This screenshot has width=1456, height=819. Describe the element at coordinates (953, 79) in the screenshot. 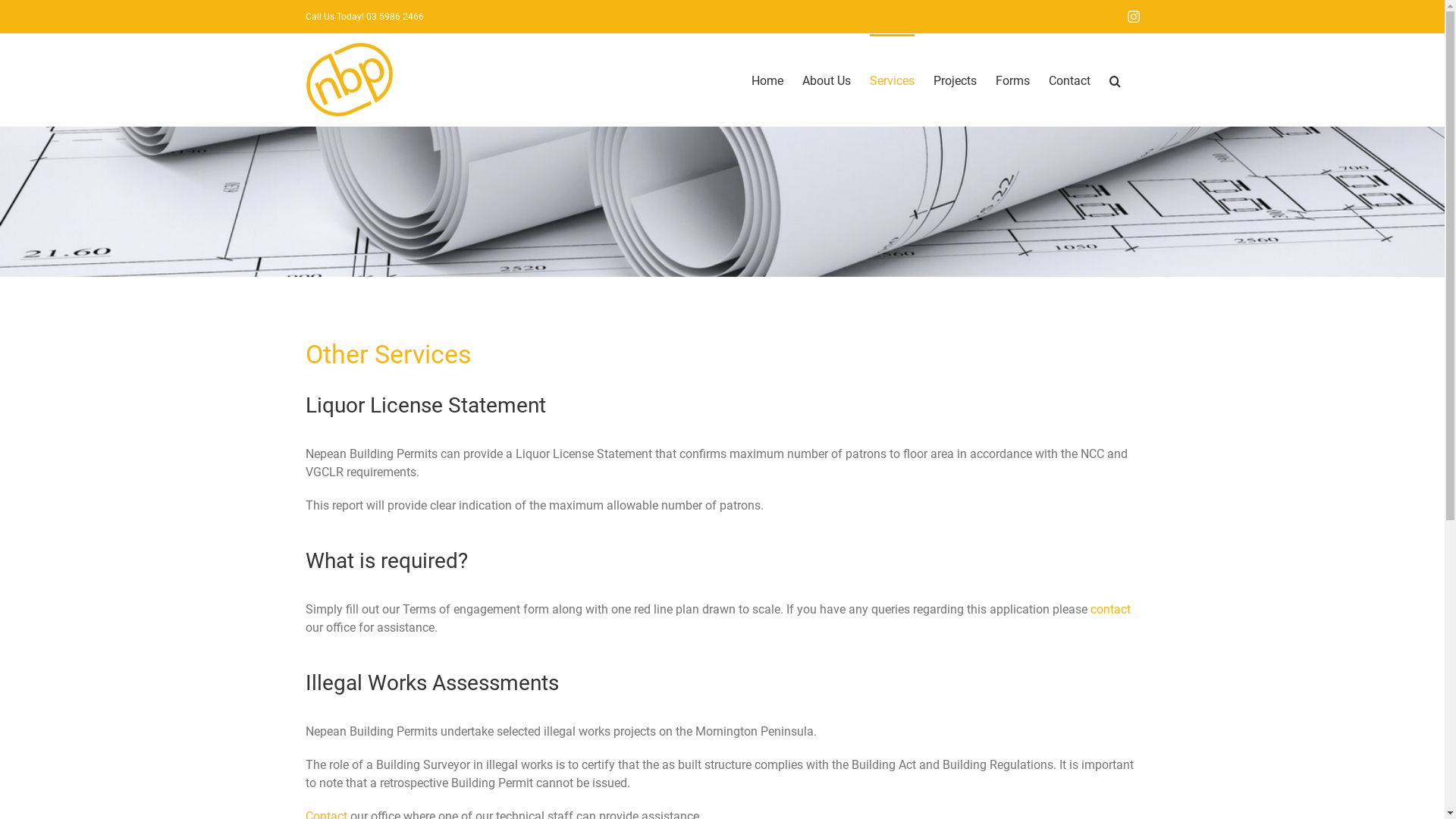

I see `'Projects'` at that location.